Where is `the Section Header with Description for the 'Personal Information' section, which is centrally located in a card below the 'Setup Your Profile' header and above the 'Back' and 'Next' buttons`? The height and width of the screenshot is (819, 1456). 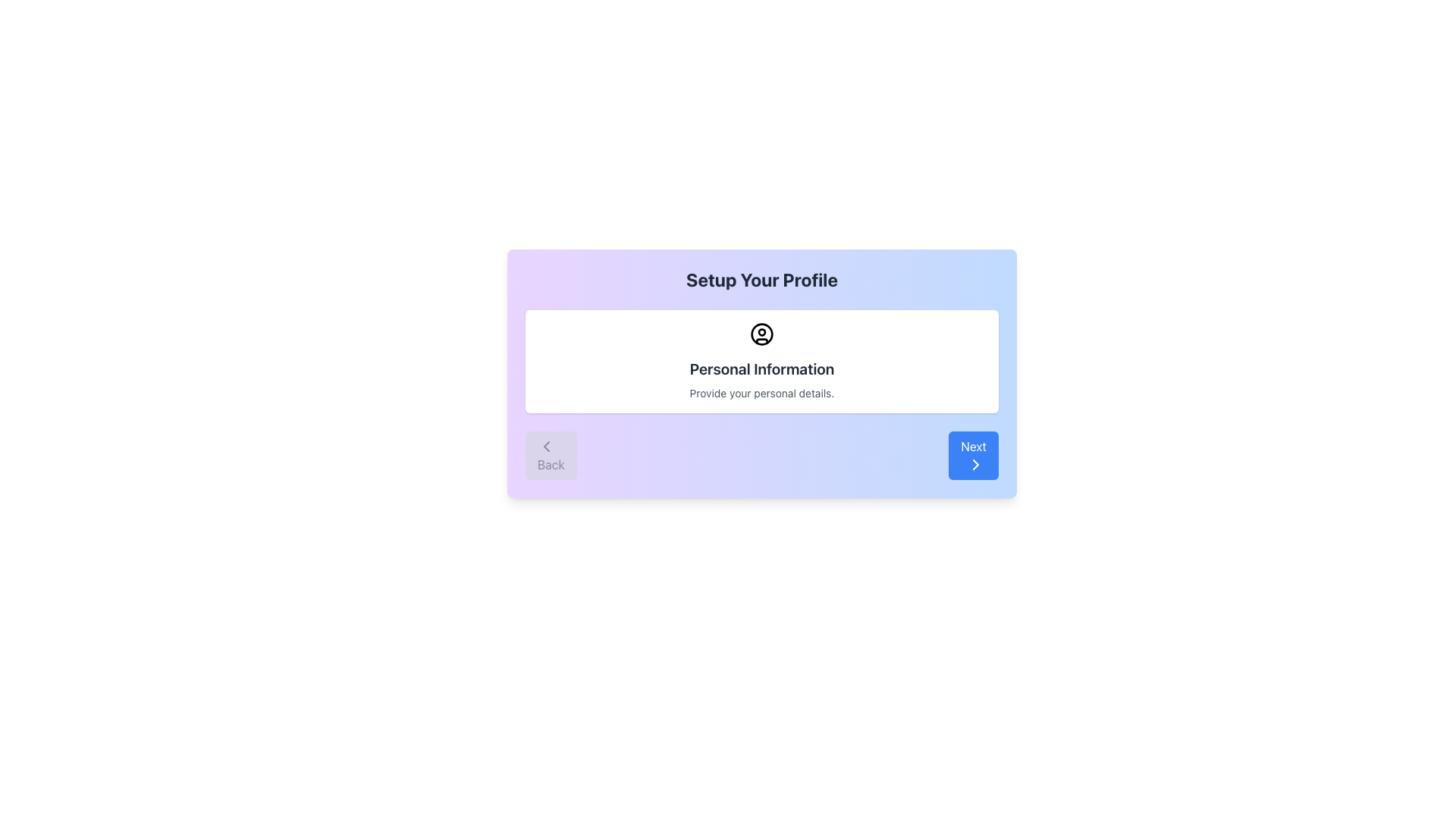 the Section Header with Description for the 'Personal Information' section, which is centrally located in a card below the 'Setup Your Profile' header and above the 'Back' and 'Next' buttons is located at coordinates (761, 362).